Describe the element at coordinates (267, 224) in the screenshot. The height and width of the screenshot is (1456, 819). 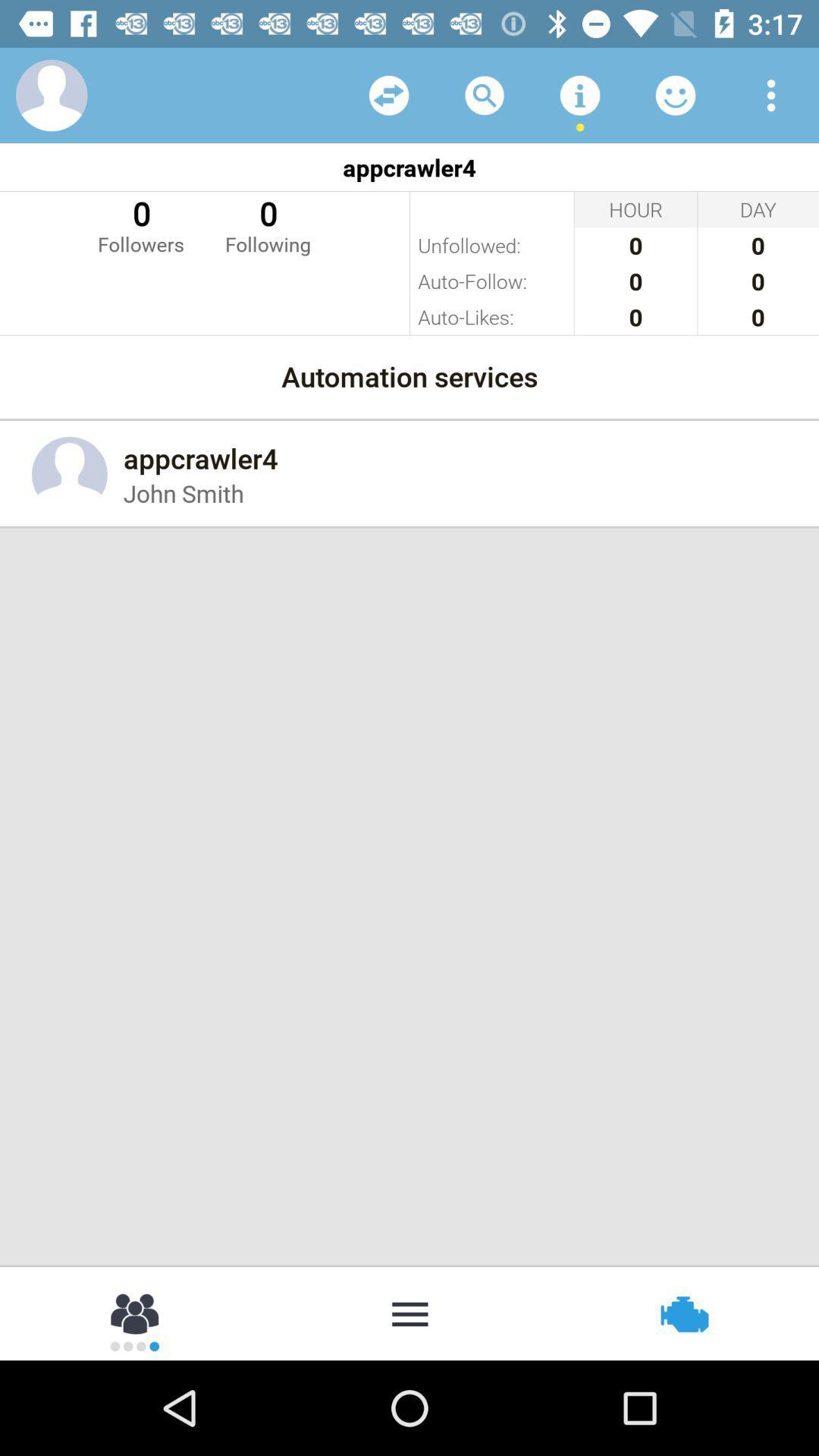
I see `the icon next to 0` at that location.